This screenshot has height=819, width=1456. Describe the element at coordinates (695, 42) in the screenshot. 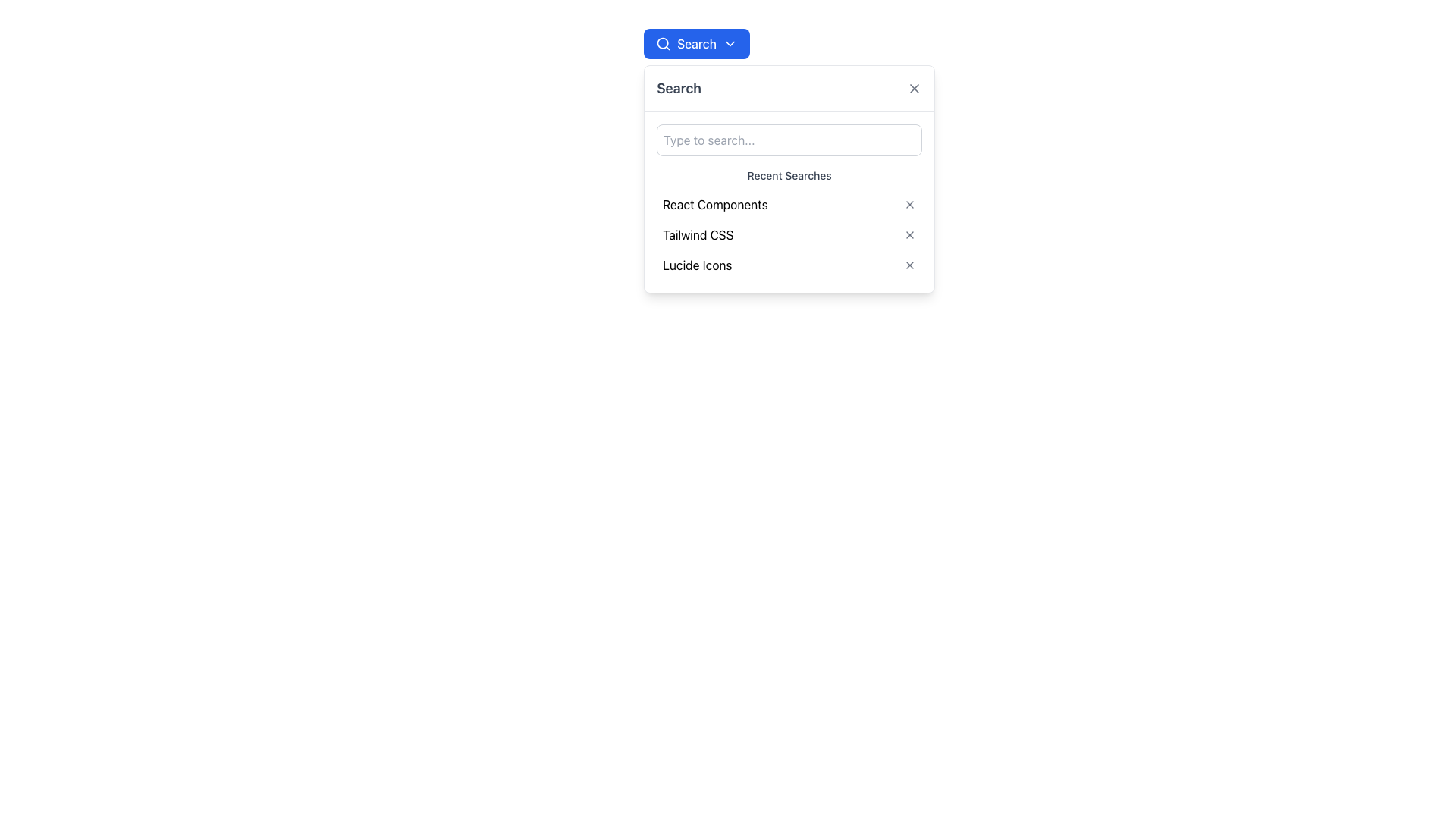

I see `the toggle button for the dropdown menu to observe the hover effects` at that location.